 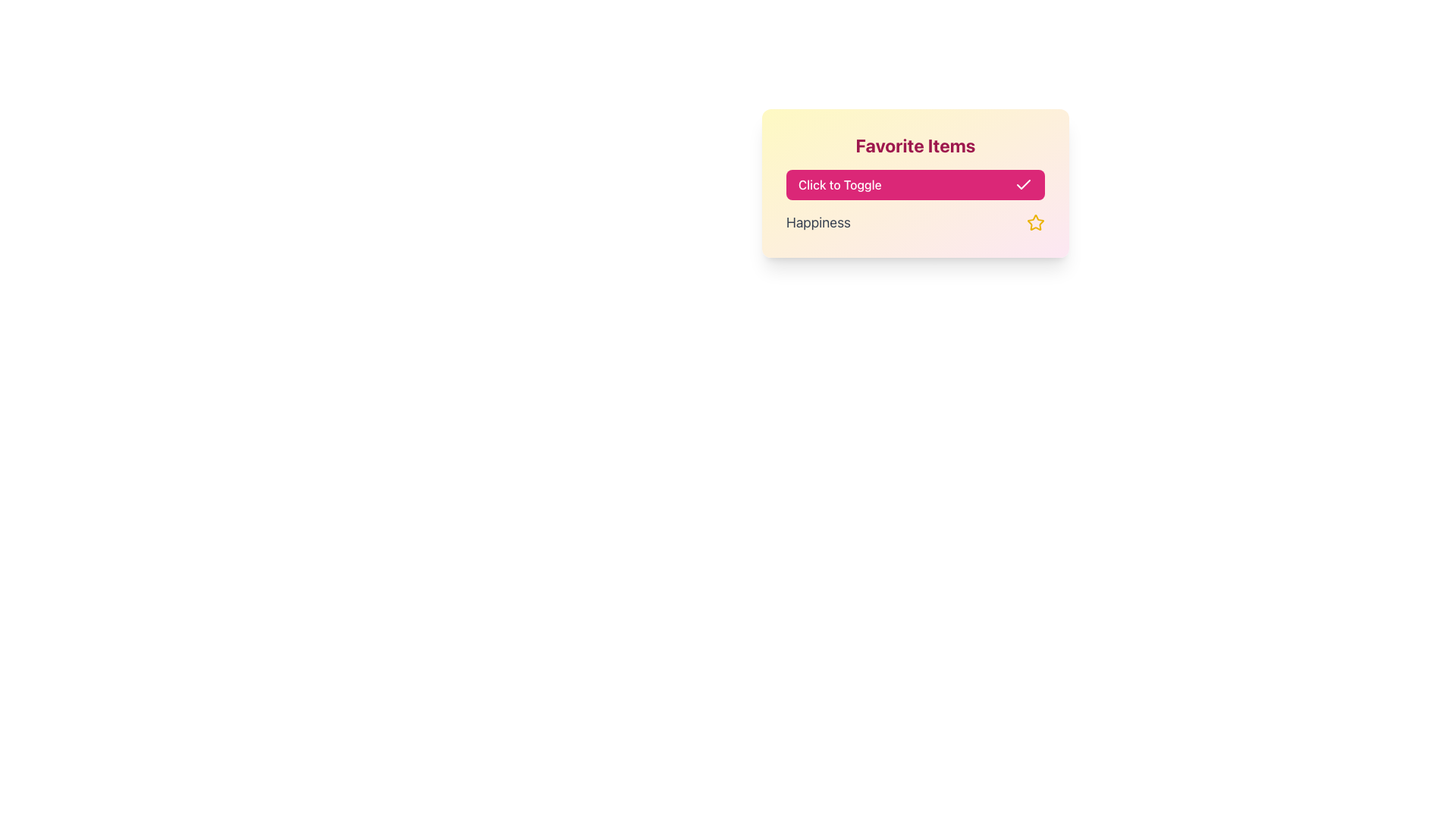 What do you see at coordinates (1035, 222) in the screenshot?
I see `the star icon located at the right edge of the 'Happiness' row` at bounding box center [1035, 222].